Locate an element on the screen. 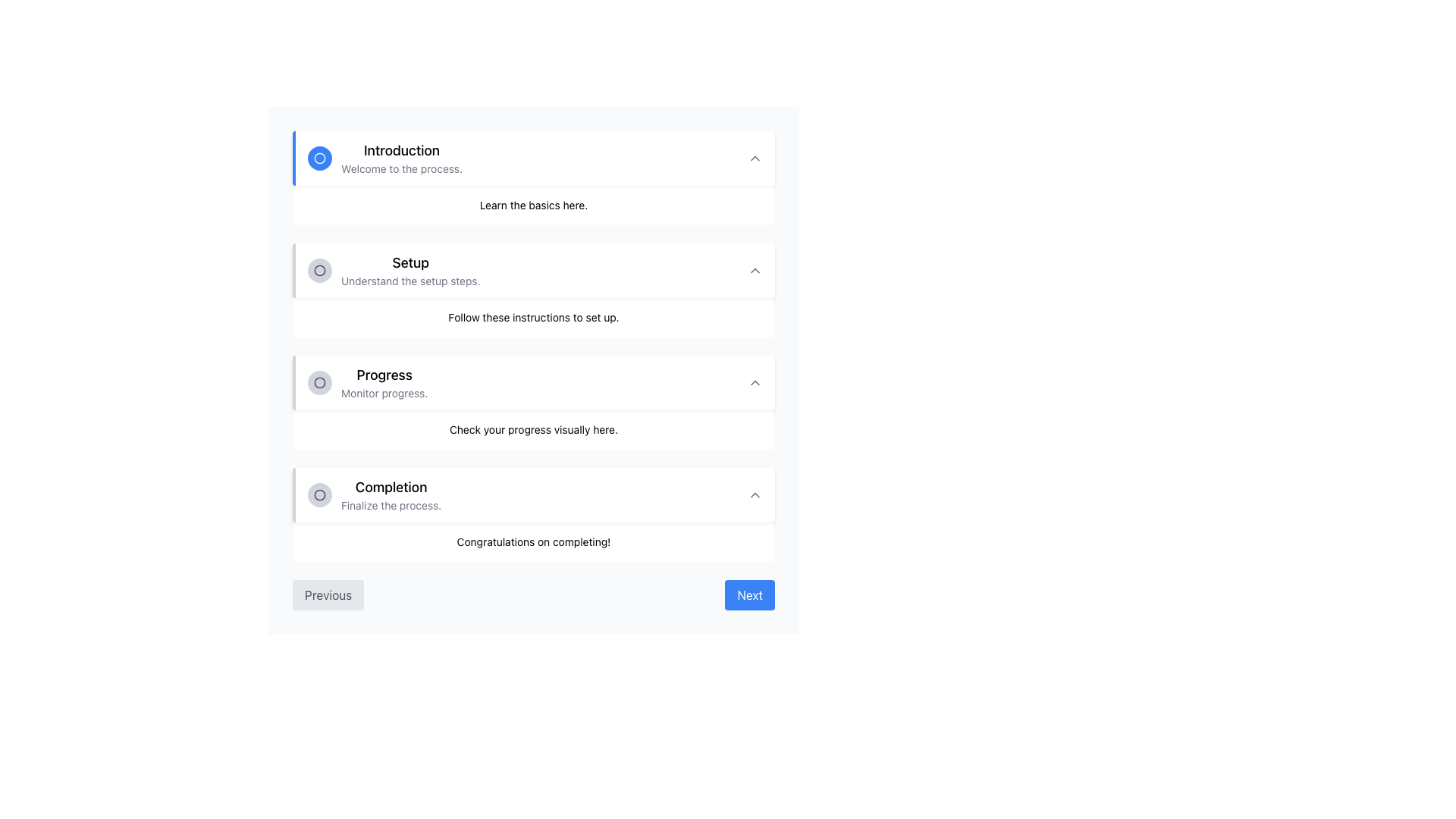  text of the header label located at the top center of the interface, which serves as the title for the first section of the multi-step process is located at coordinates (402, 151).